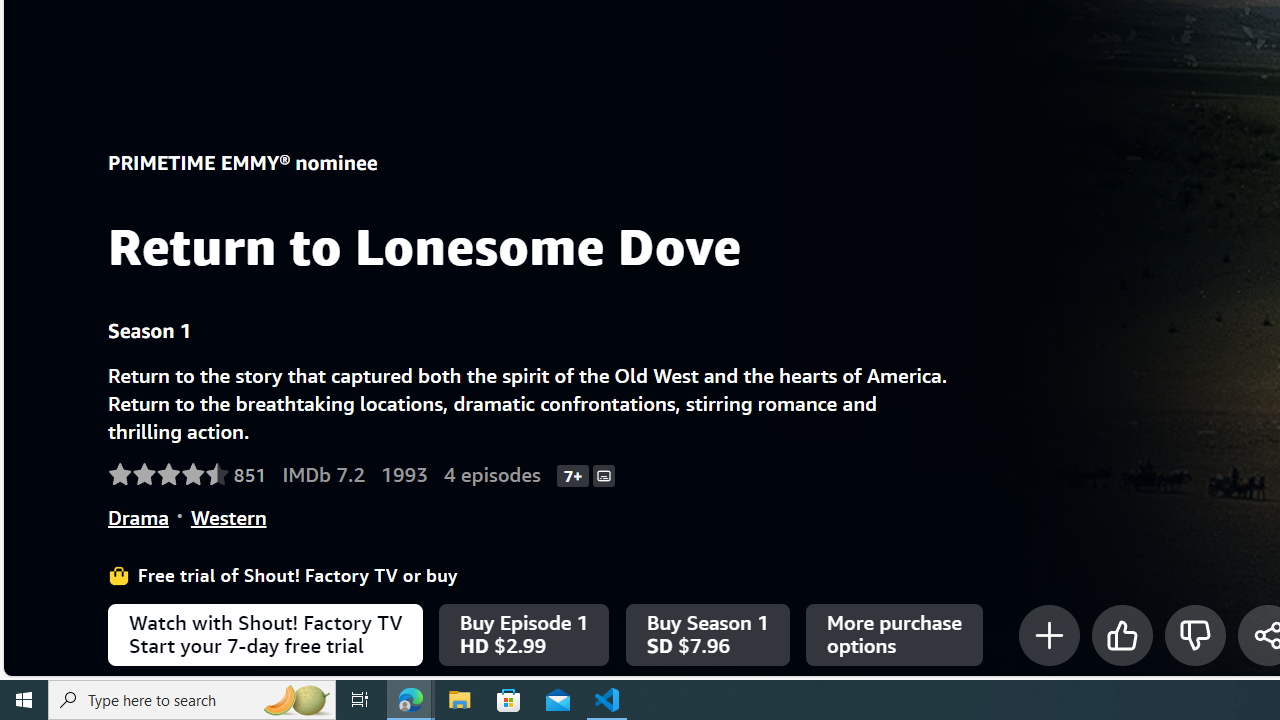 The width and height of the screenshot is (1280, 720). I want to click on 'Rated 4.6 out of 5 stars by 851 Amazon customers.', so click(187, 475).